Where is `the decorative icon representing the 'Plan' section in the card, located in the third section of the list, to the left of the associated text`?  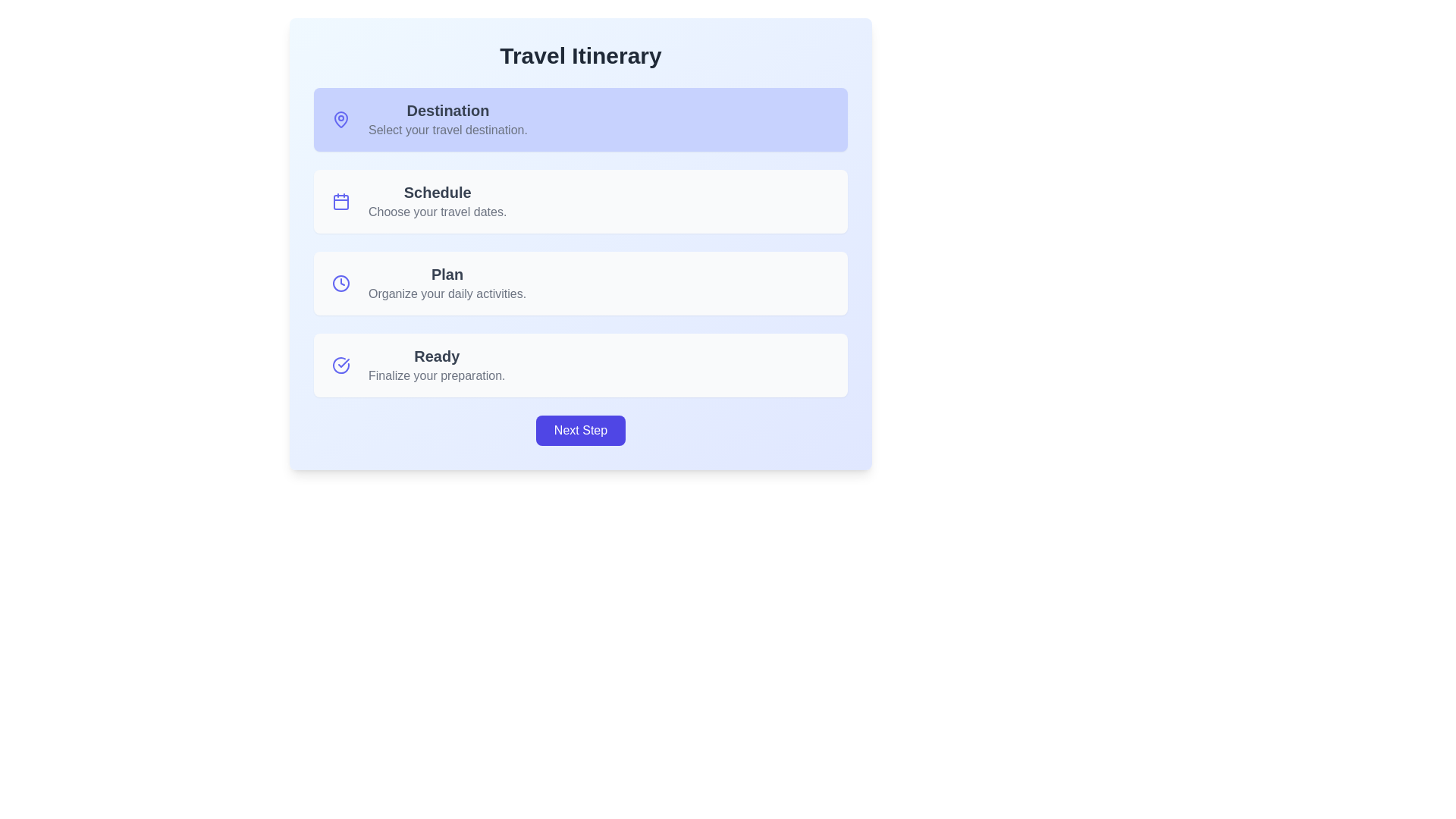 the decorative icon representing the 'Plan' section in the card, located in the third section of the list, to the left of the associated text is located at coordinates (340, 284).